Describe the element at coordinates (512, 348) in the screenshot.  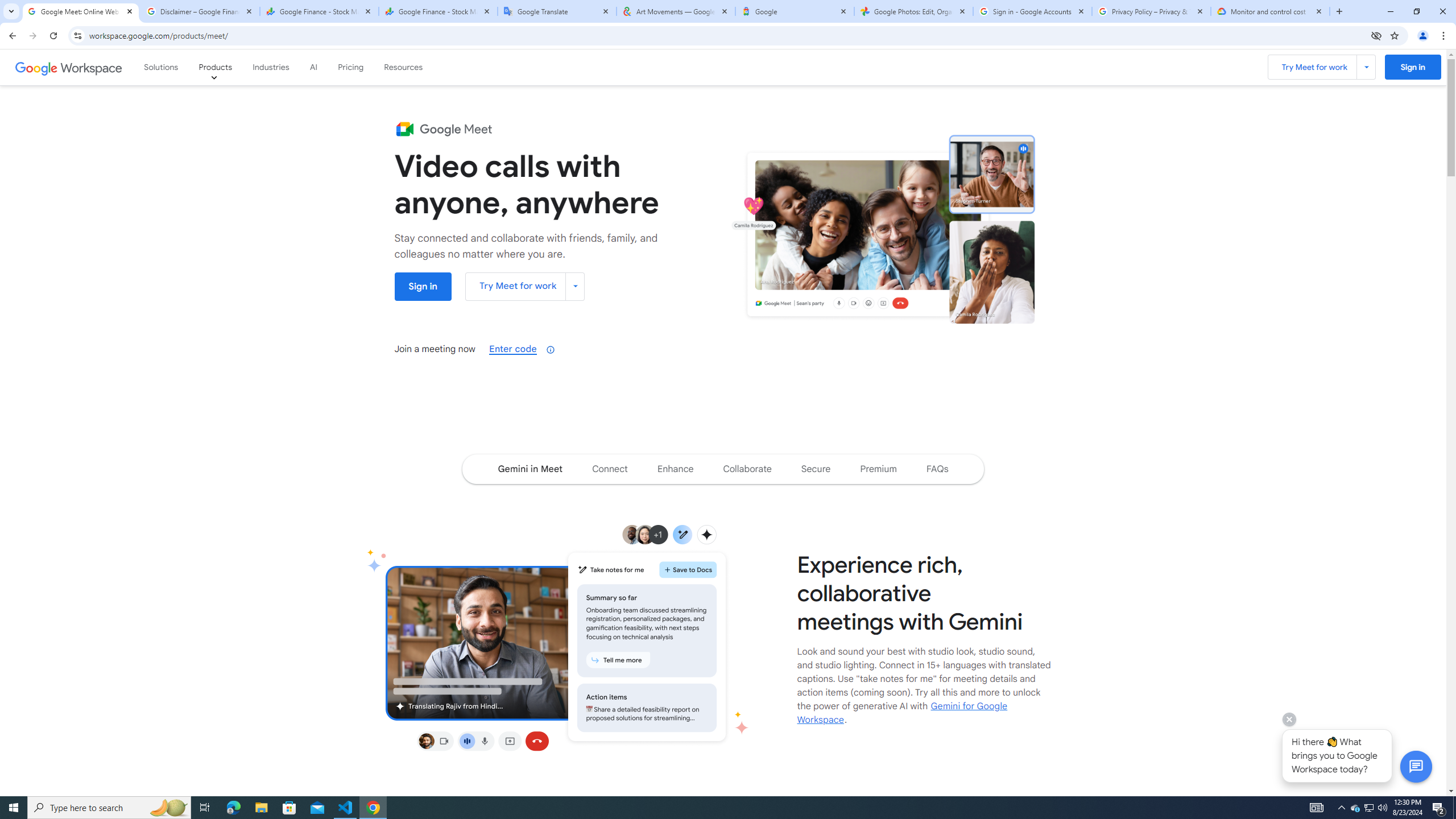
I see `'Enter code'` at that location.